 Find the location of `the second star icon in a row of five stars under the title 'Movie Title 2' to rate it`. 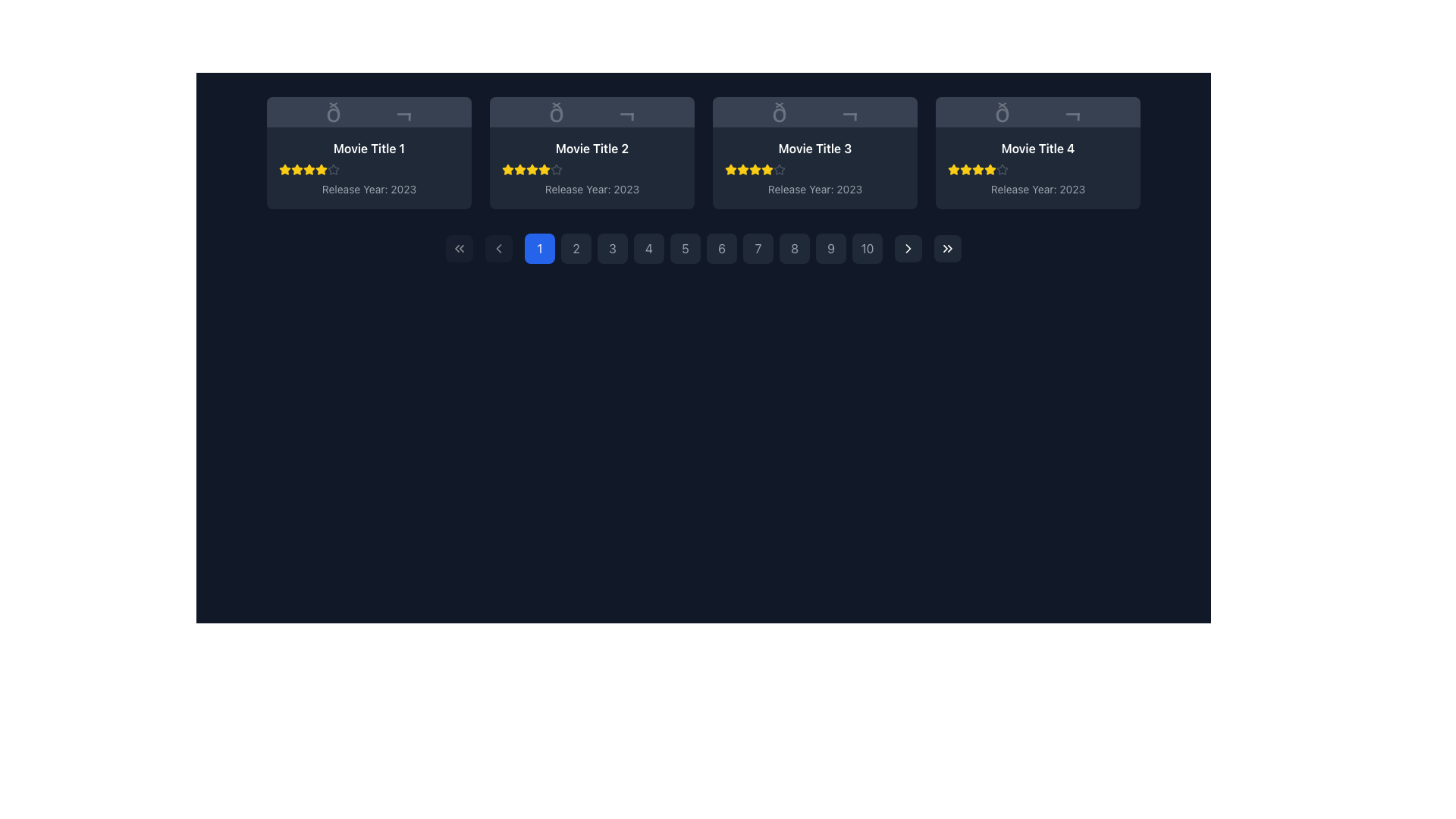

the second star icon in a row of five stars under the title 'Movie Title 2' to rate it is located at coordinates (520, 169).